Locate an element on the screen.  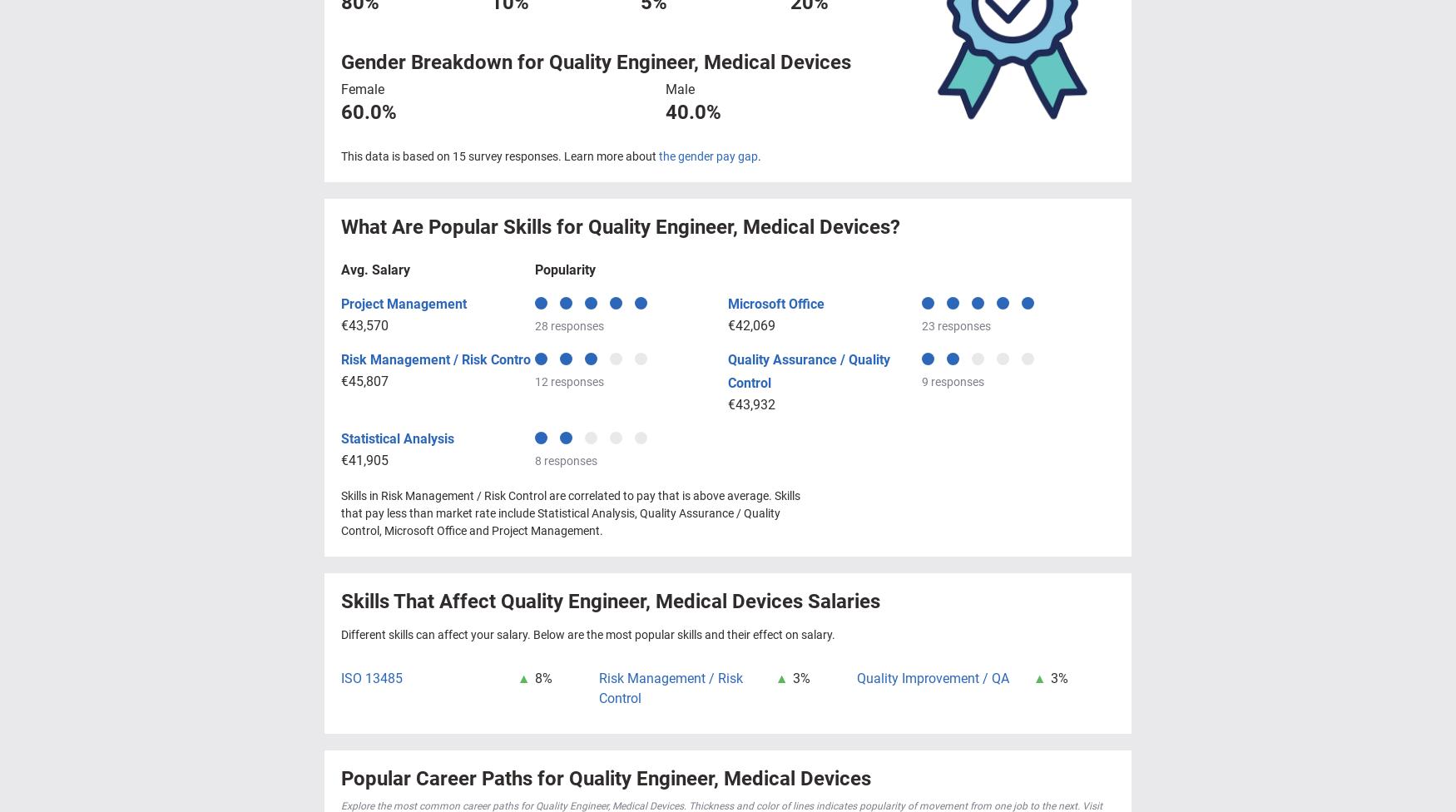
'?' is located at coordinates (895, 226).